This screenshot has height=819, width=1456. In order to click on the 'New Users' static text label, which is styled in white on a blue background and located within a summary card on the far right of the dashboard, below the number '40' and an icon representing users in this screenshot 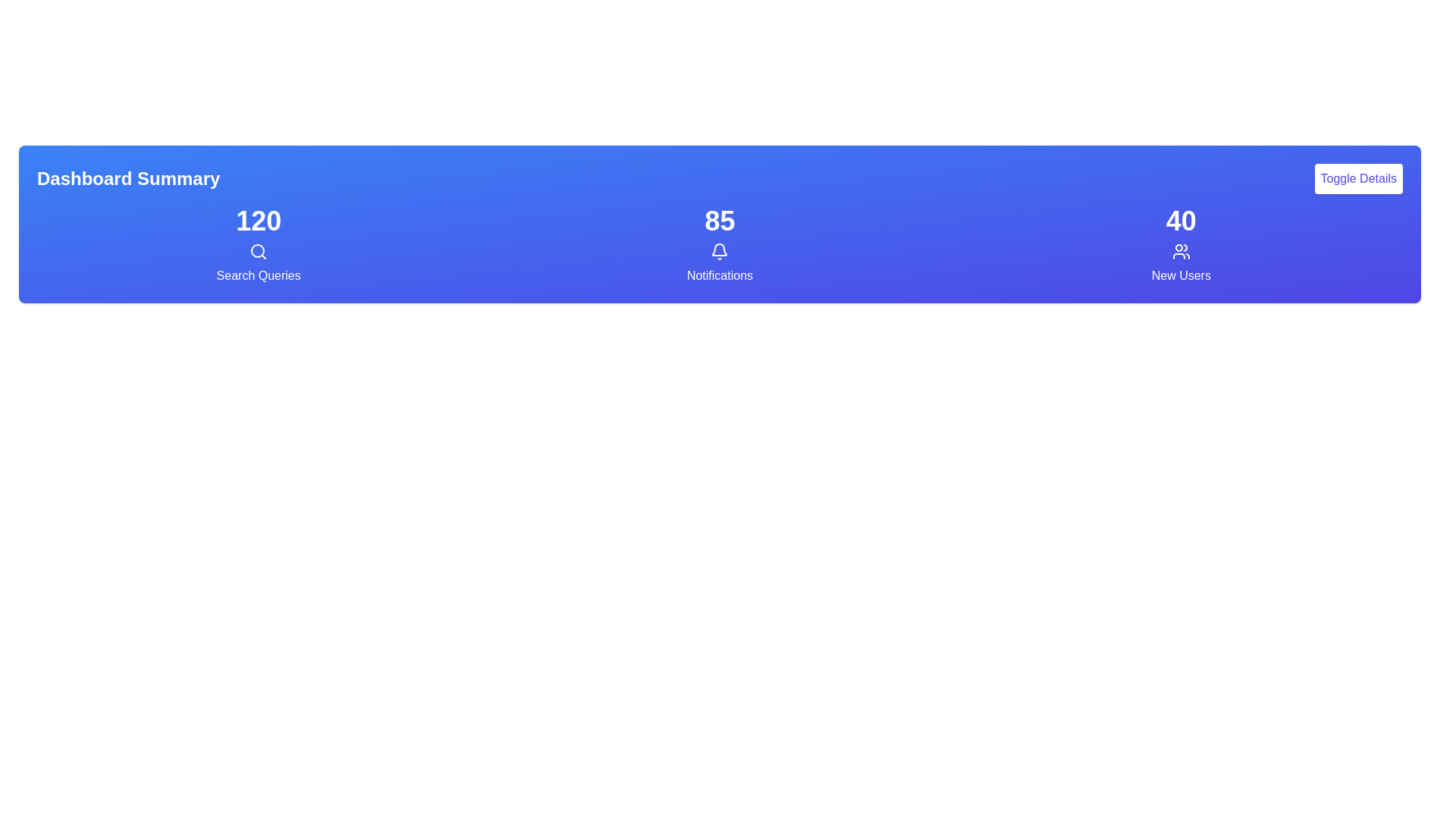, I will do `click(1180, 275)`.